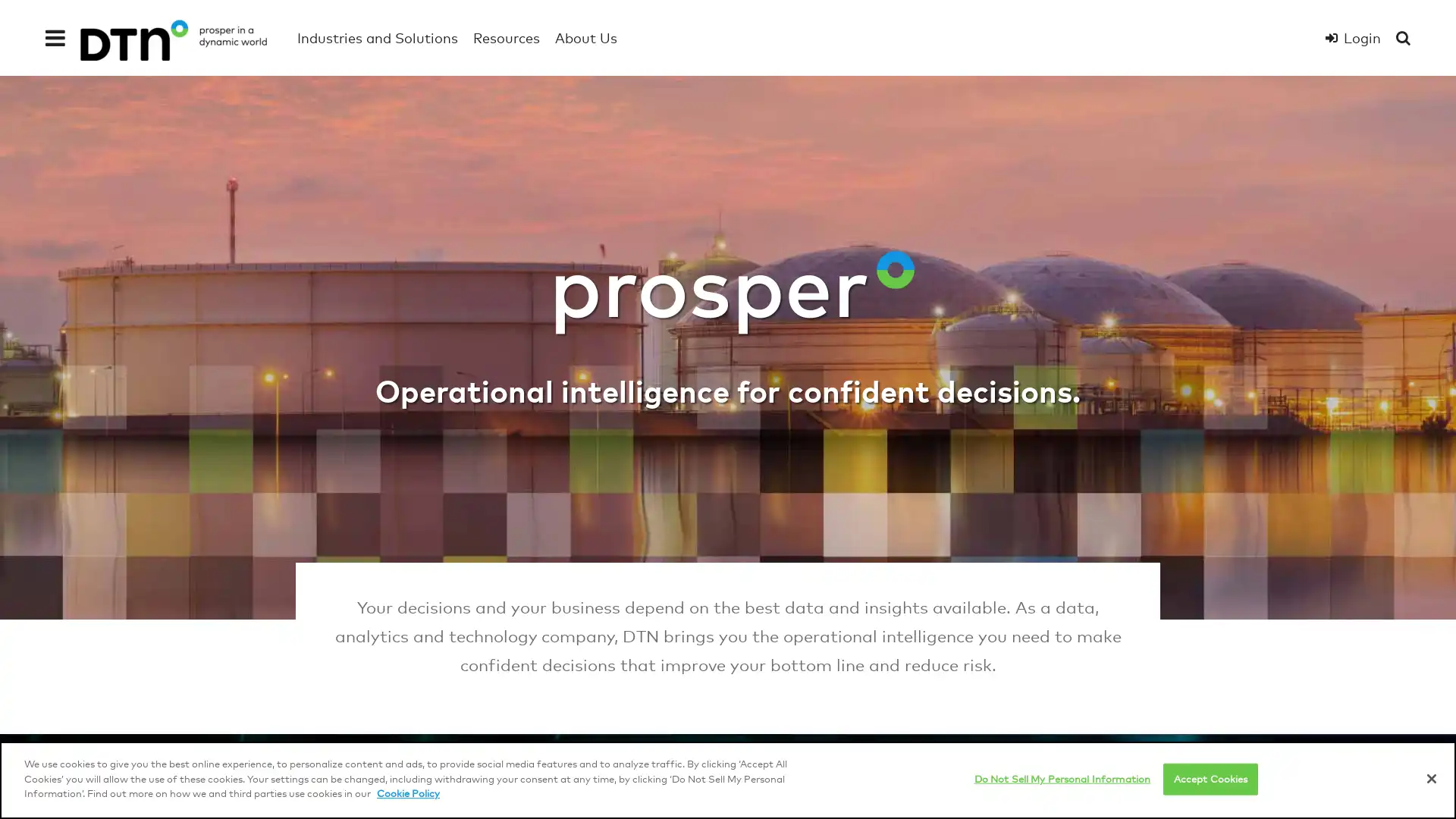  I want to click on Do Not Sell My Personal Information, so click(1061, 778).